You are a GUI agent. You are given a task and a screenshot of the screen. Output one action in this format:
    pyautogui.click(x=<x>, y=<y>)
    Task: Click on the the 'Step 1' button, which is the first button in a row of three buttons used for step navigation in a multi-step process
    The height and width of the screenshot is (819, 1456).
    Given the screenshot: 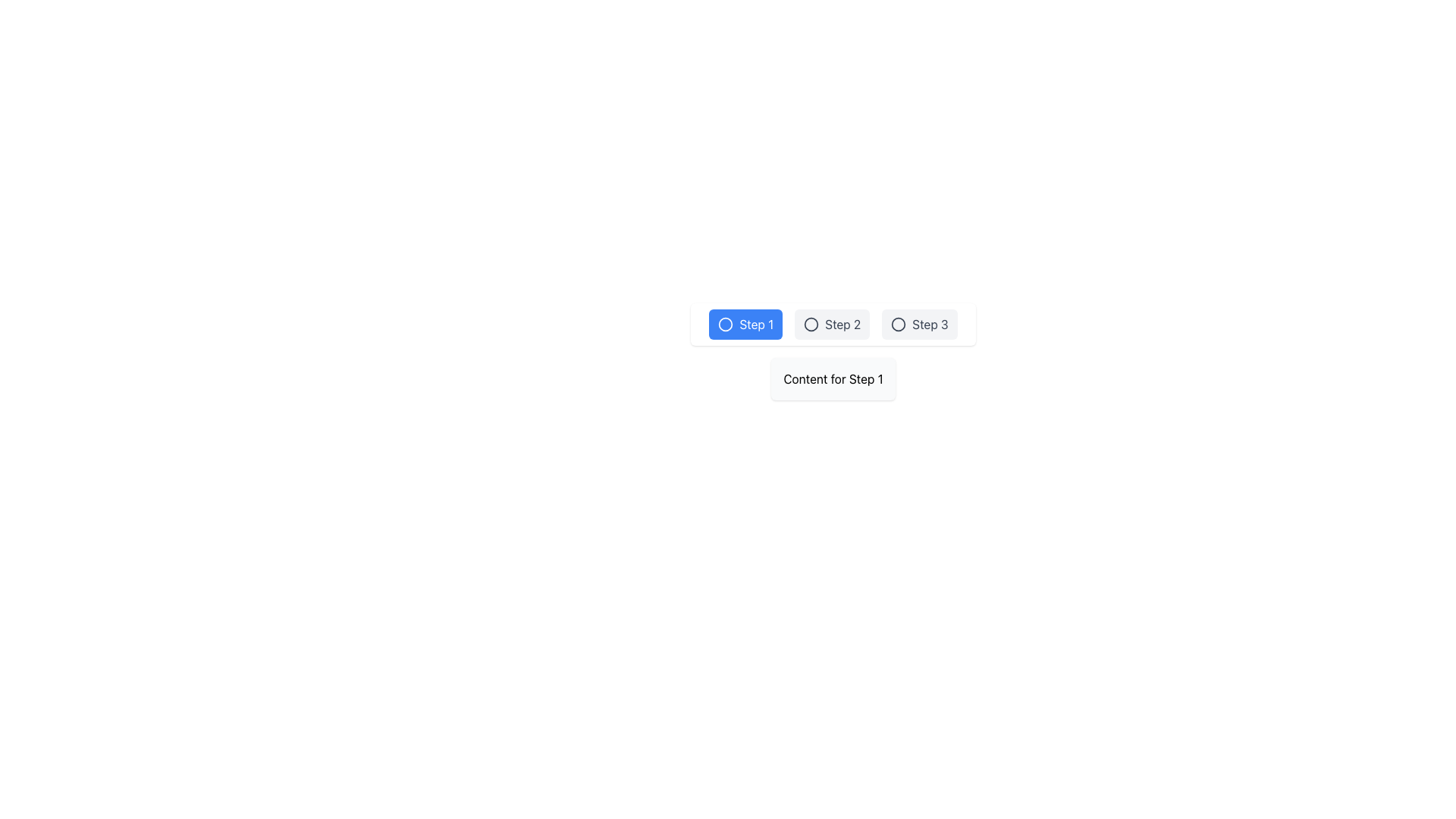 What is the action you would take?
    pyautogui.click(x=745, y=324)
    